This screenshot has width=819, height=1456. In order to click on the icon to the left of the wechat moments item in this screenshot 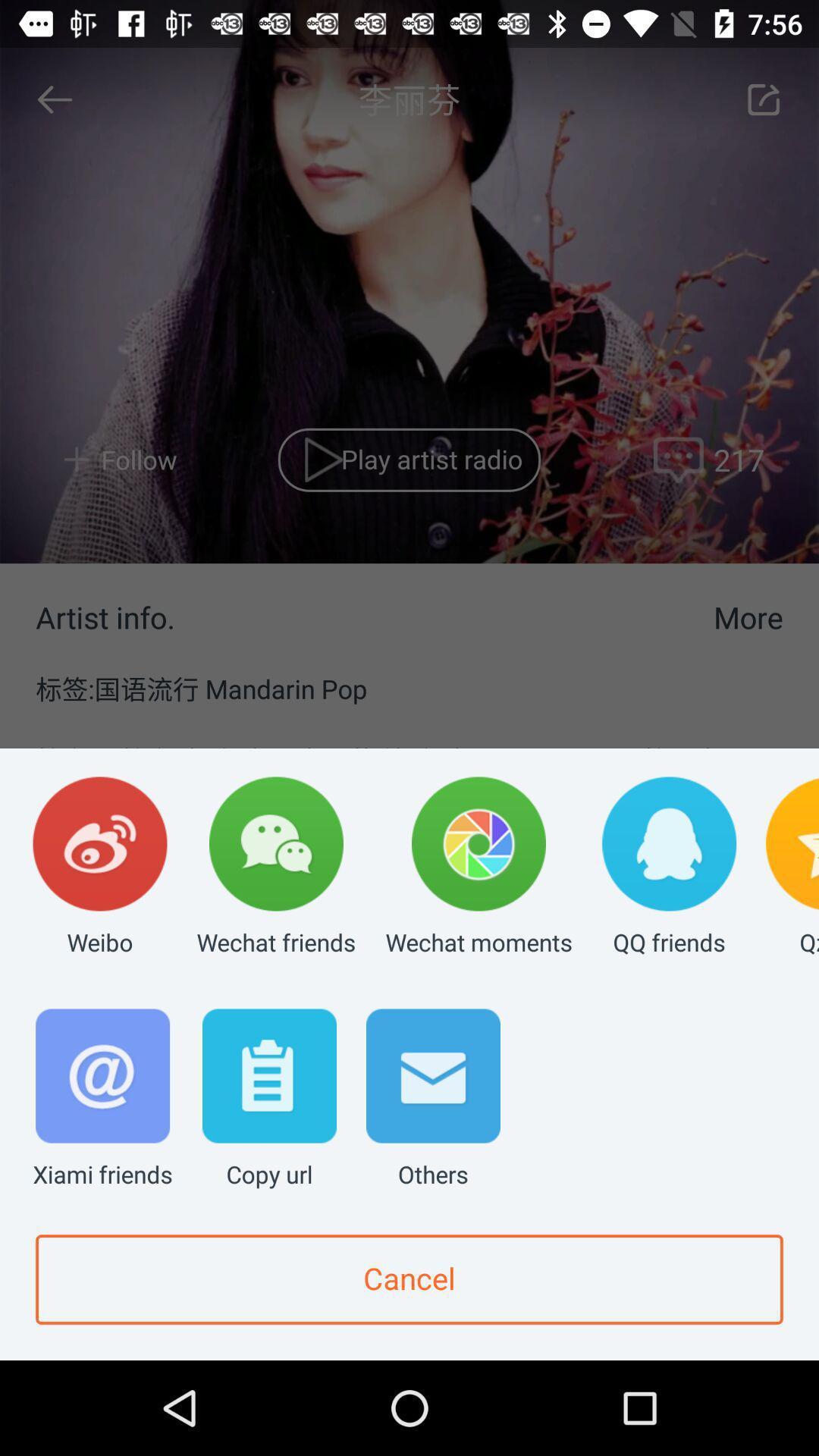, I will do `click(276, 868)`.